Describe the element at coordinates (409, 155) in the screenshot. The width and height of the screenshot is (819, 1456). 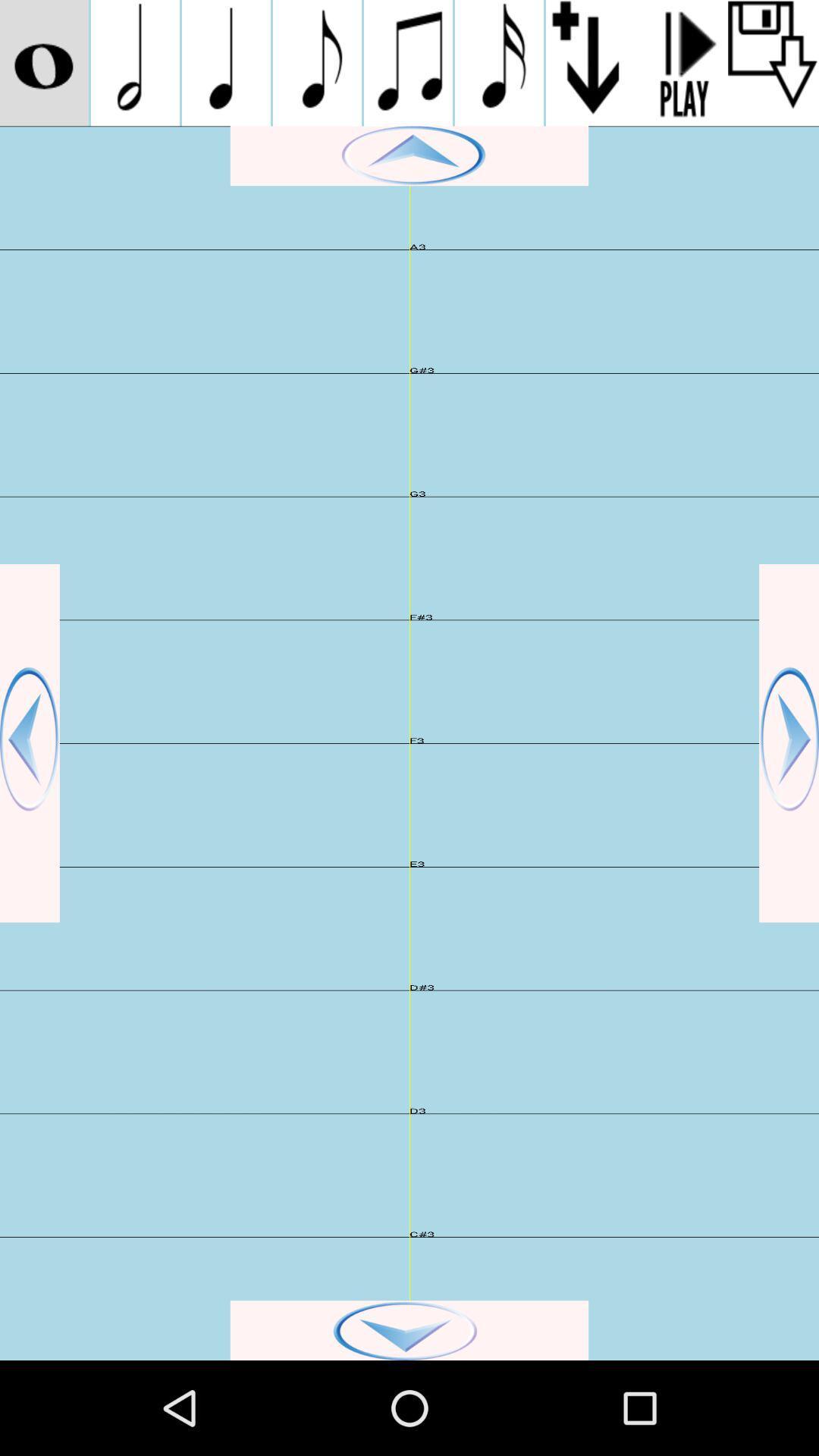
I see `up arrow` at that location.